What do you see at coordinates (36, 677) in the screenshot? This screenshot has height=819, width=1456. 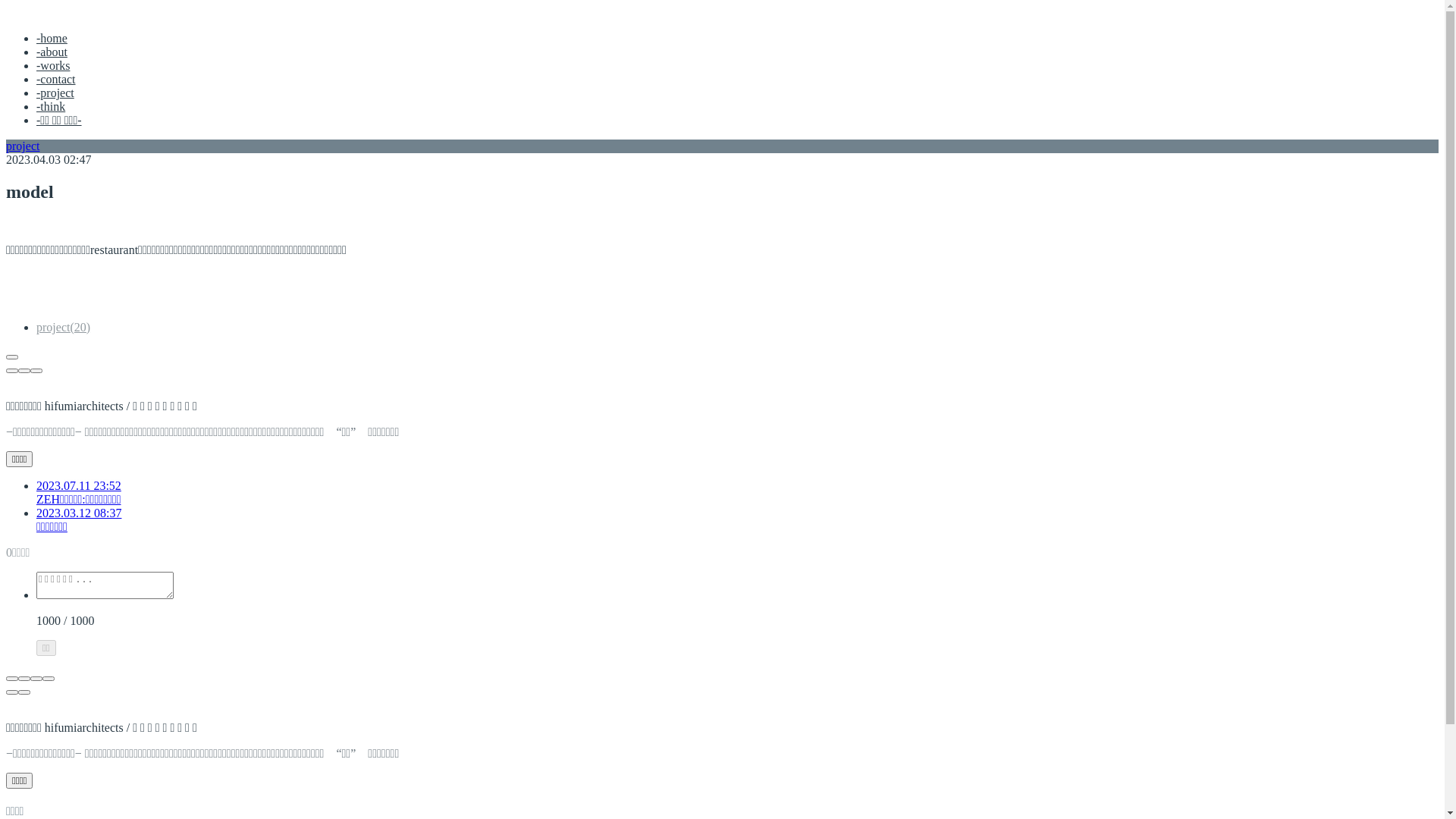 I see `'Toggle fullscreen'` at bounding box center [36, 677].